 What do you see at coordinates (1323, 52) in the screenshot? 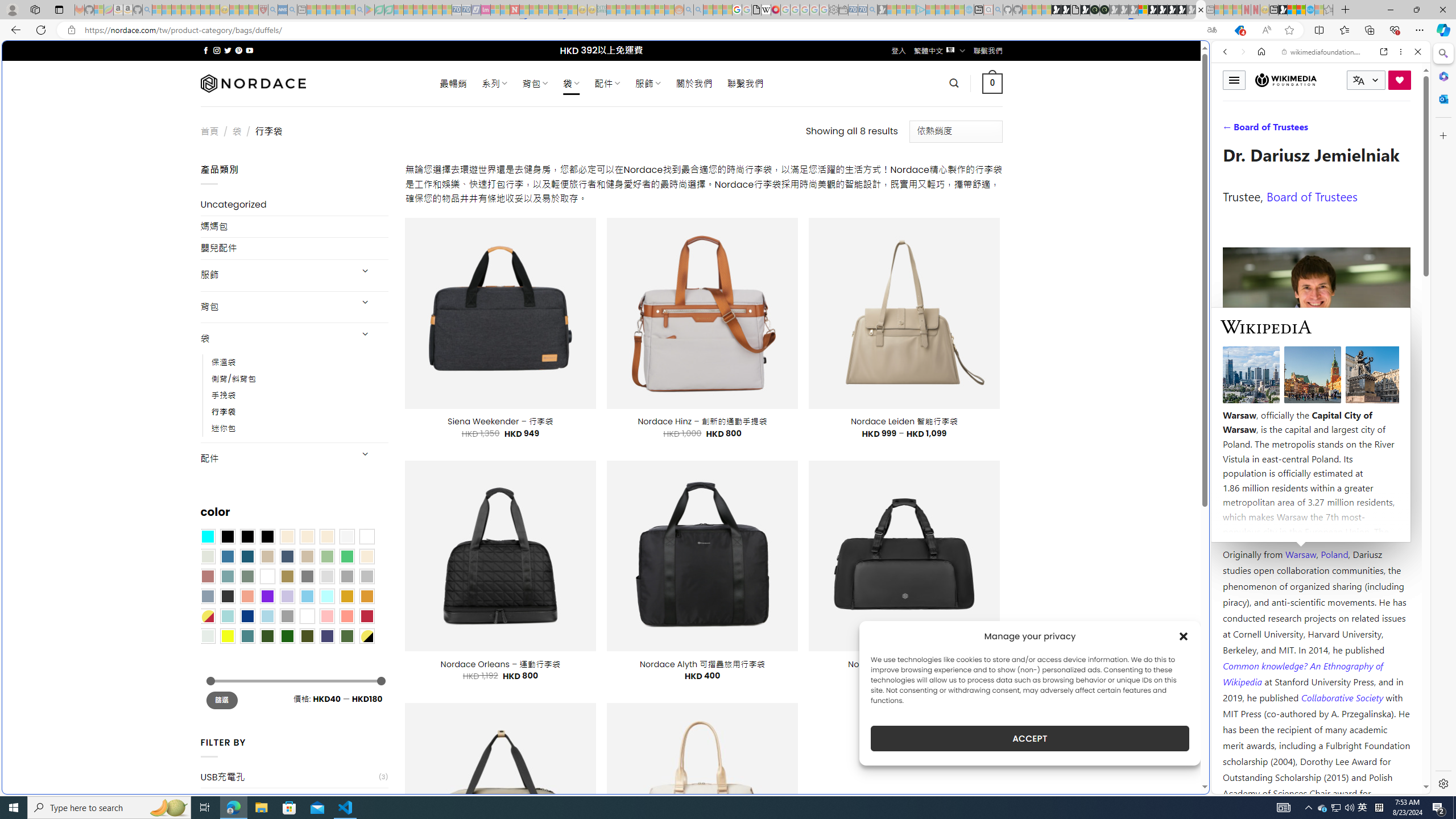
I see `'wikimediafoundation.org'` at bounding box center [1323, 52].